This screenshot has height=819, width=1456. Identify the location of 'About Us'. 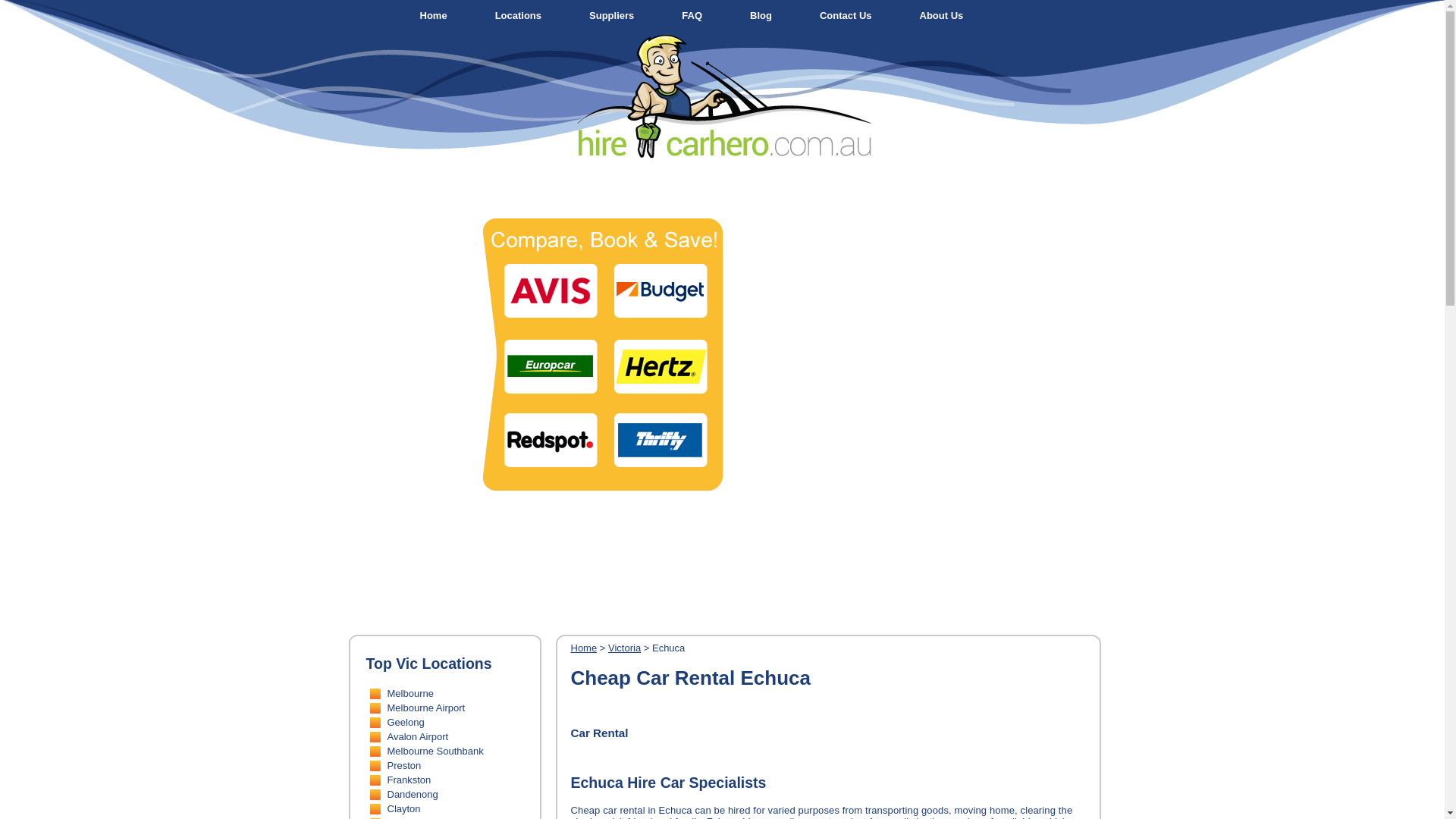
(941, 15).